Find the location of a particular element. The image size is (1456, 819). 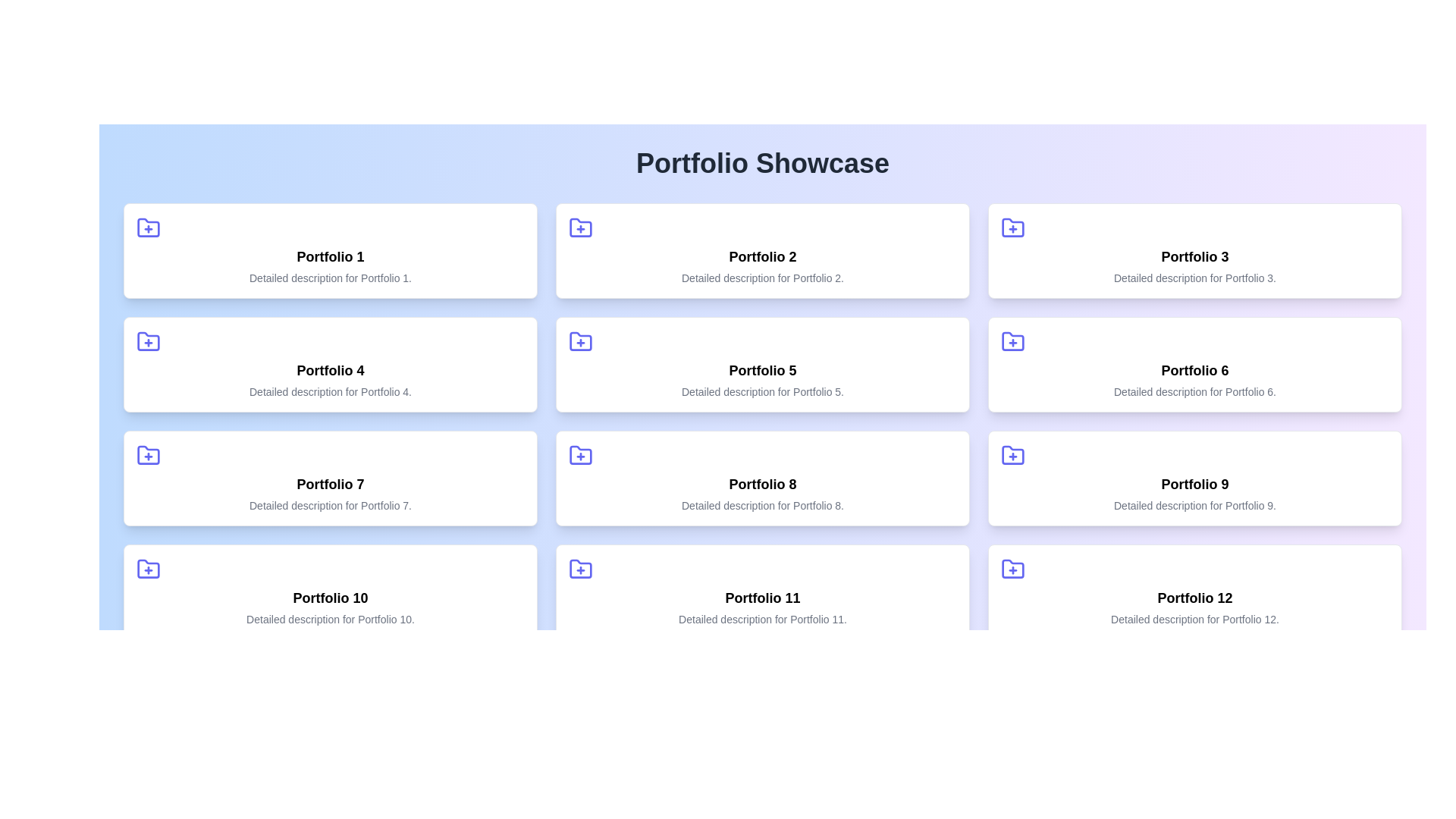

the Folder Plus icon that is prominently positioned in the upper-left corner of the 'Portfolio 11' card is located at coordinates (580, 570).